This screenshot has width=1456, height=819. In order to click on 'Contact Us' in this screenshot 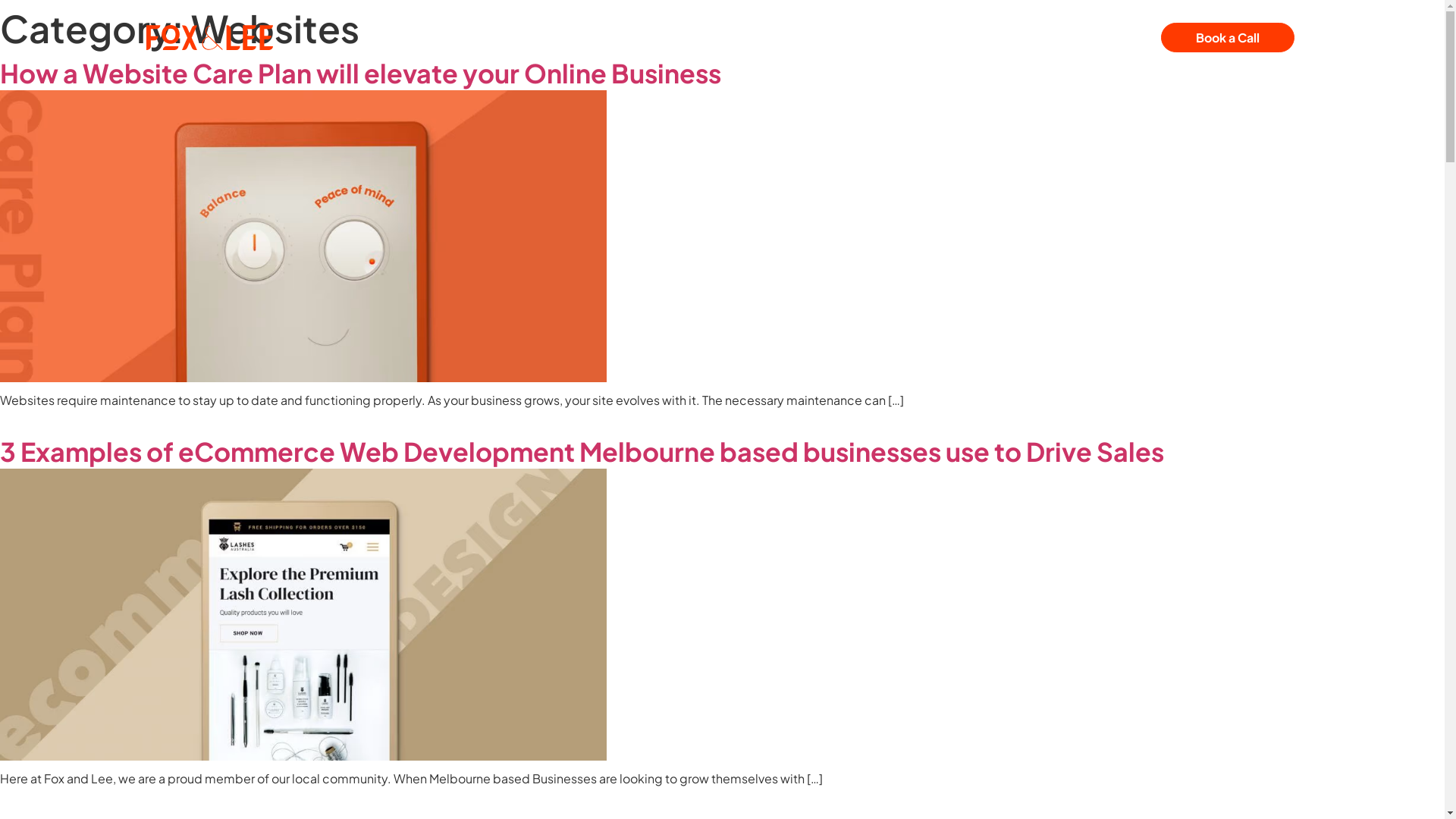, I will do `click(884, 36)`.